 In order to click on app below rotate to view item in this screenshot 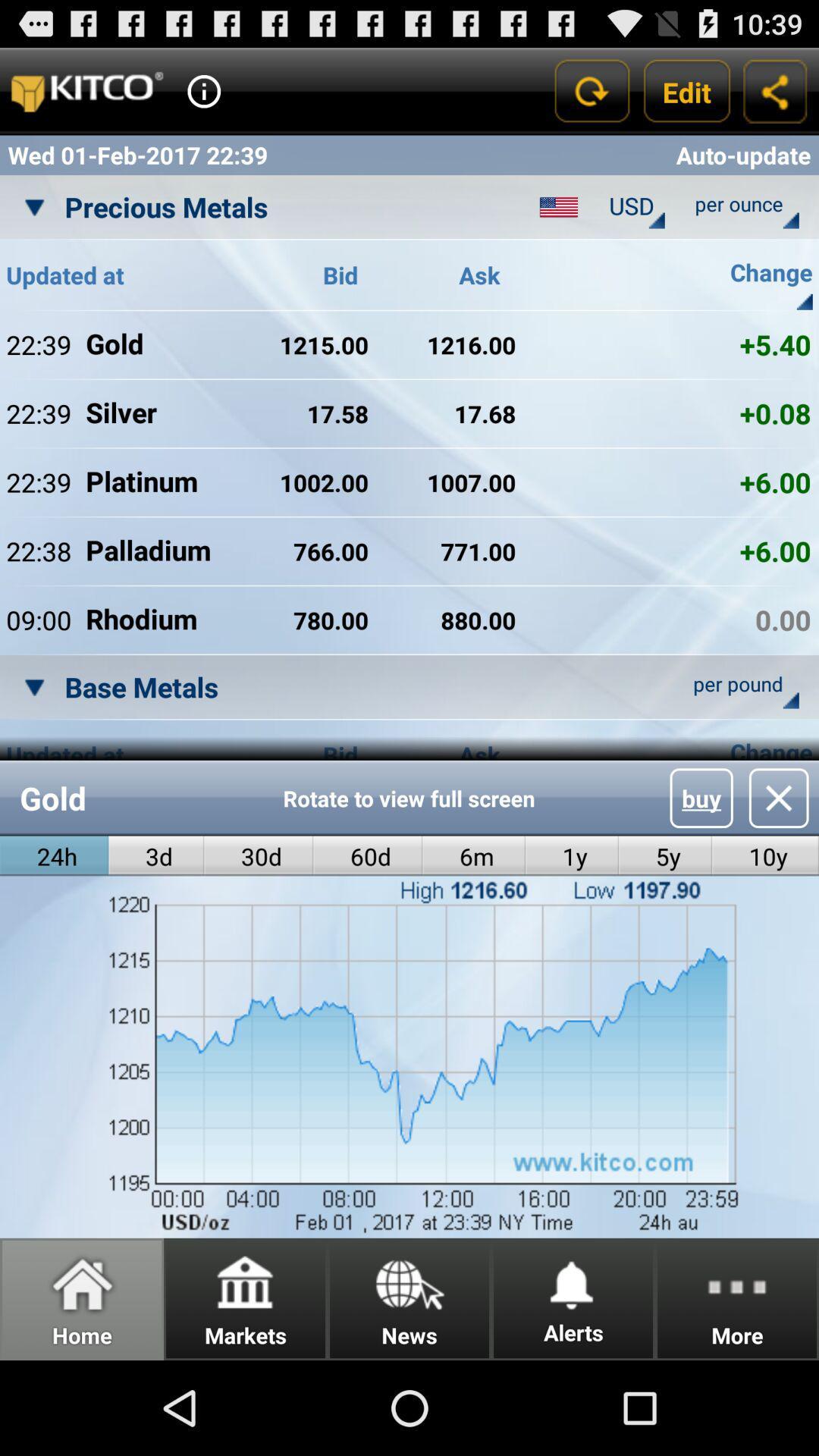, I will do `click(368, 856)`.